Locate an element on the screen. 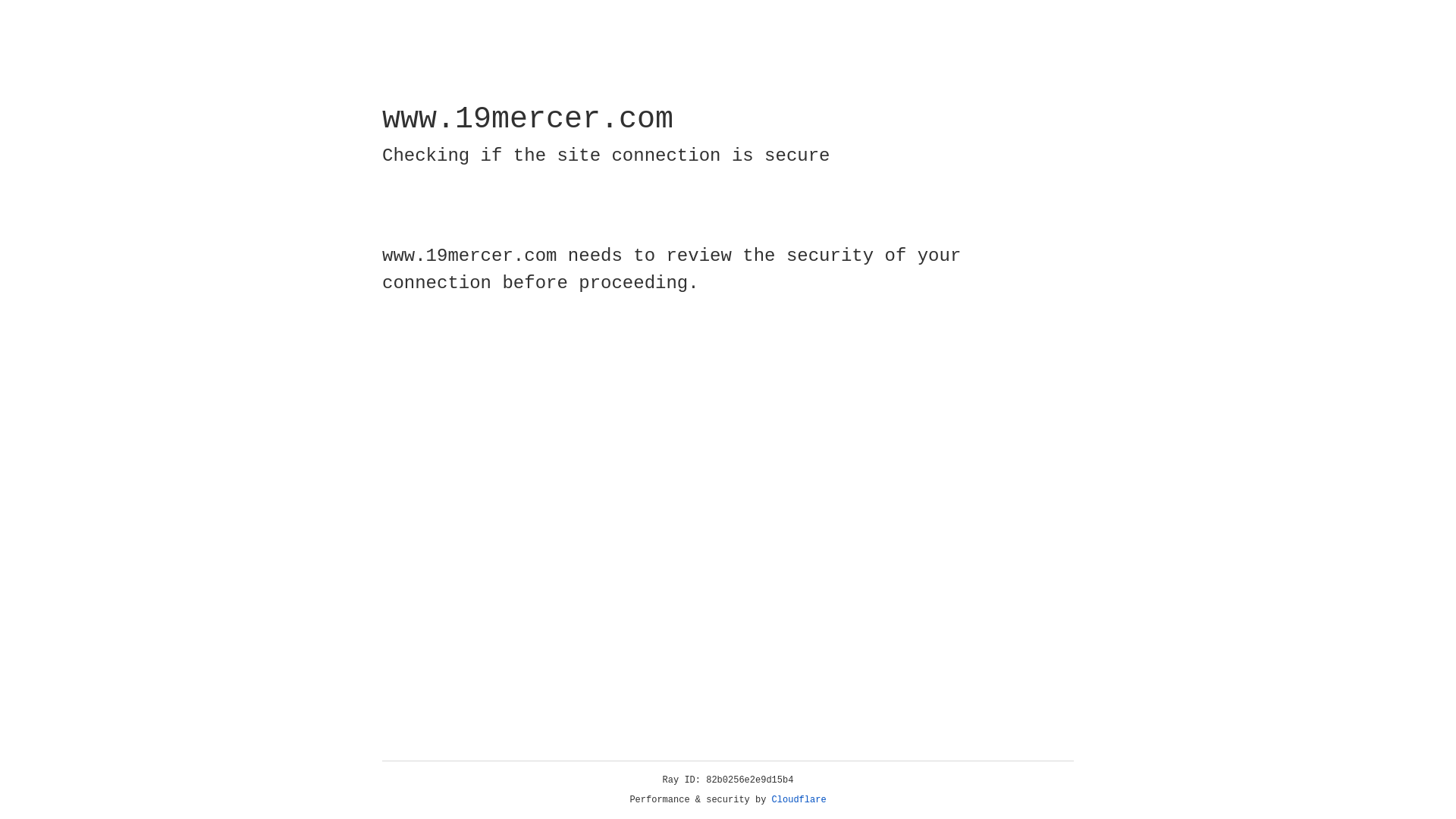  'Cloudflare' is located at coordinates (799, 799).